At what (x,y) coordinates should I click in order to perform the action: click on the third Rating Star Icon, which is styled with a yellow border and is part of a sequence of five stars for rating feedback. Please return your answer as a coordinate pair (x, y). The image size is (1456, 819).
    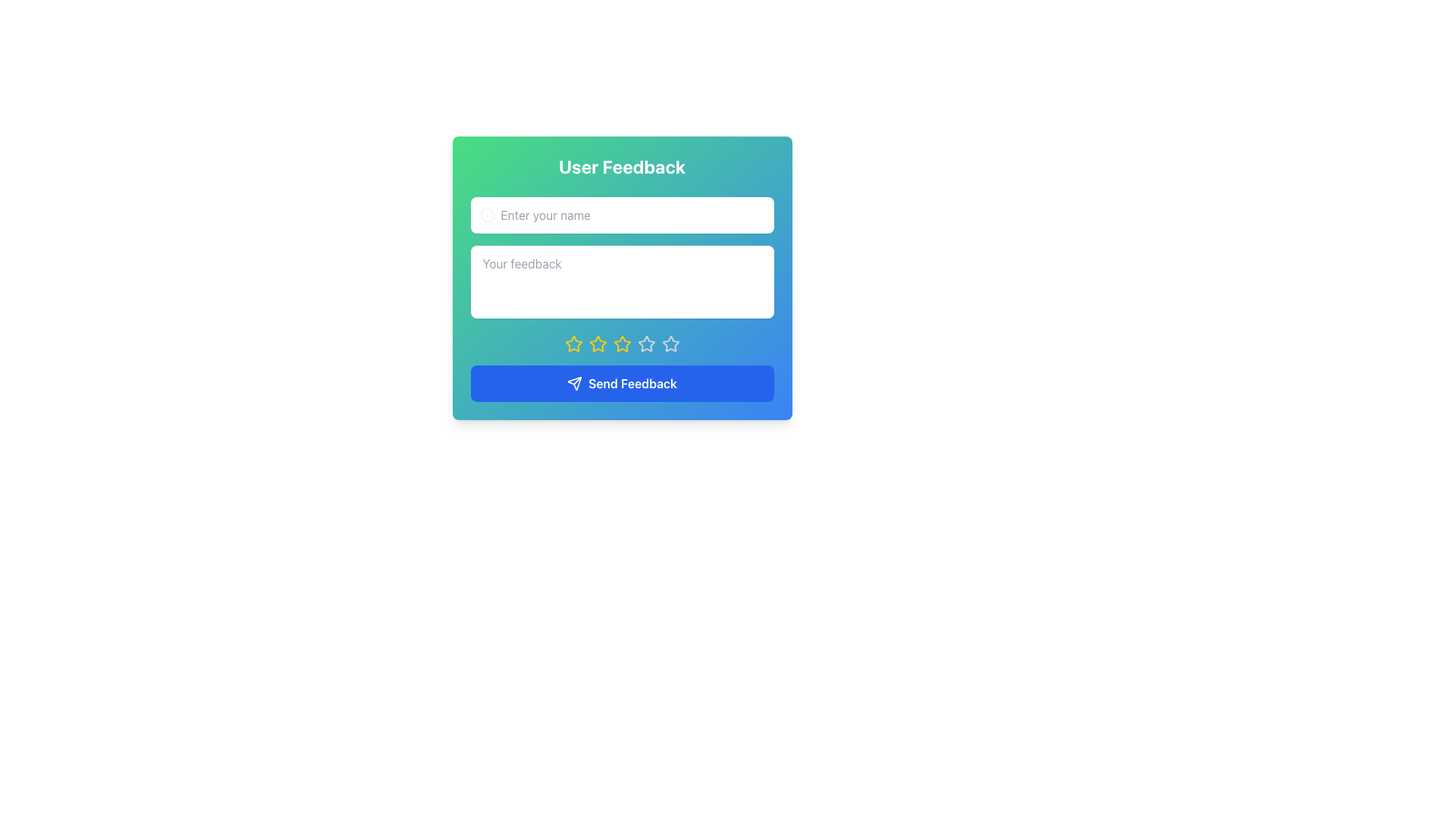
    Looking at the image, I should click on (622, 344).